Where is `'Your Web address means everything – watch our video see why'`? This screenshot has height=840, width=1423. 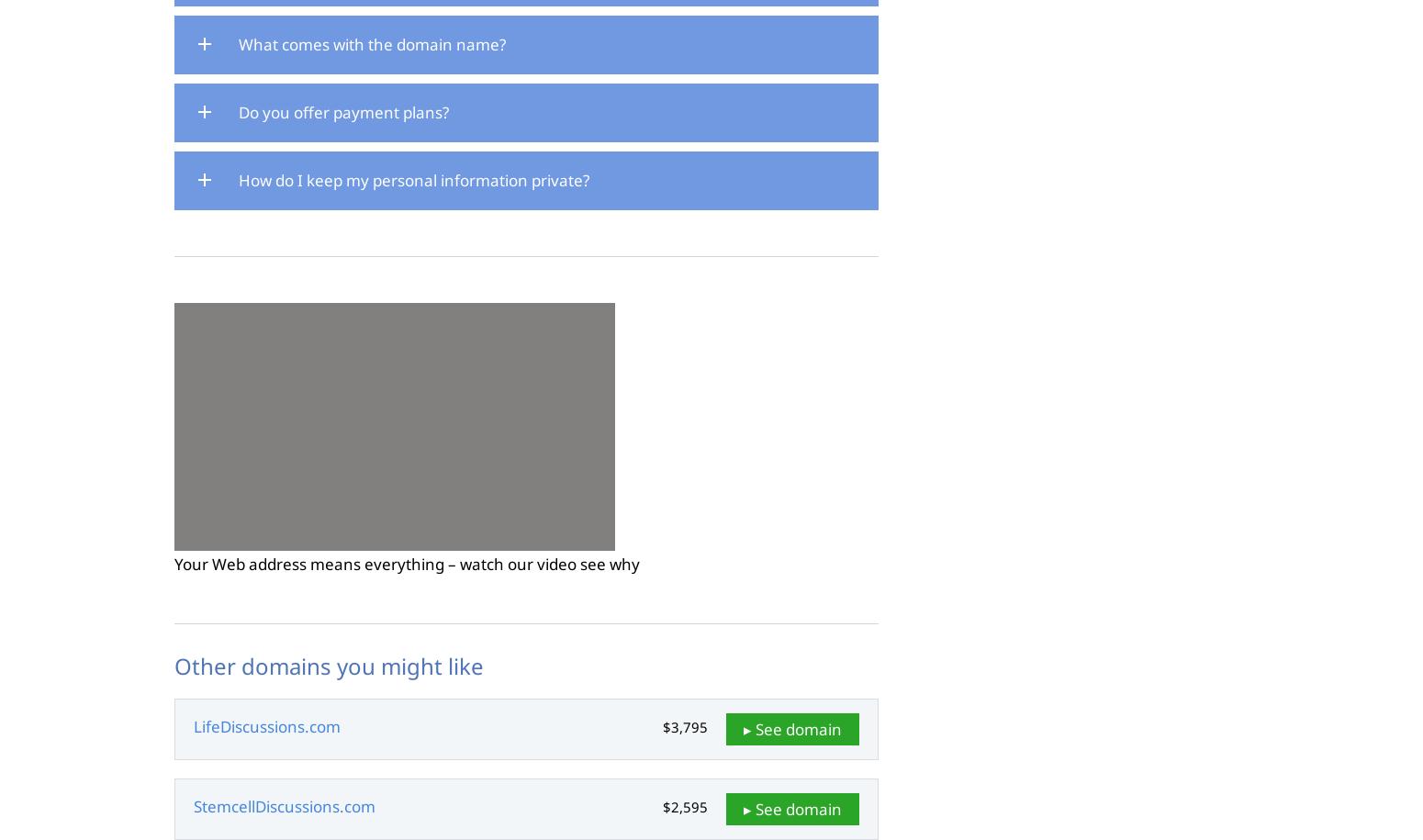
'Your Web address means everything – watch our video see why' is located at coordinates (407, 563).